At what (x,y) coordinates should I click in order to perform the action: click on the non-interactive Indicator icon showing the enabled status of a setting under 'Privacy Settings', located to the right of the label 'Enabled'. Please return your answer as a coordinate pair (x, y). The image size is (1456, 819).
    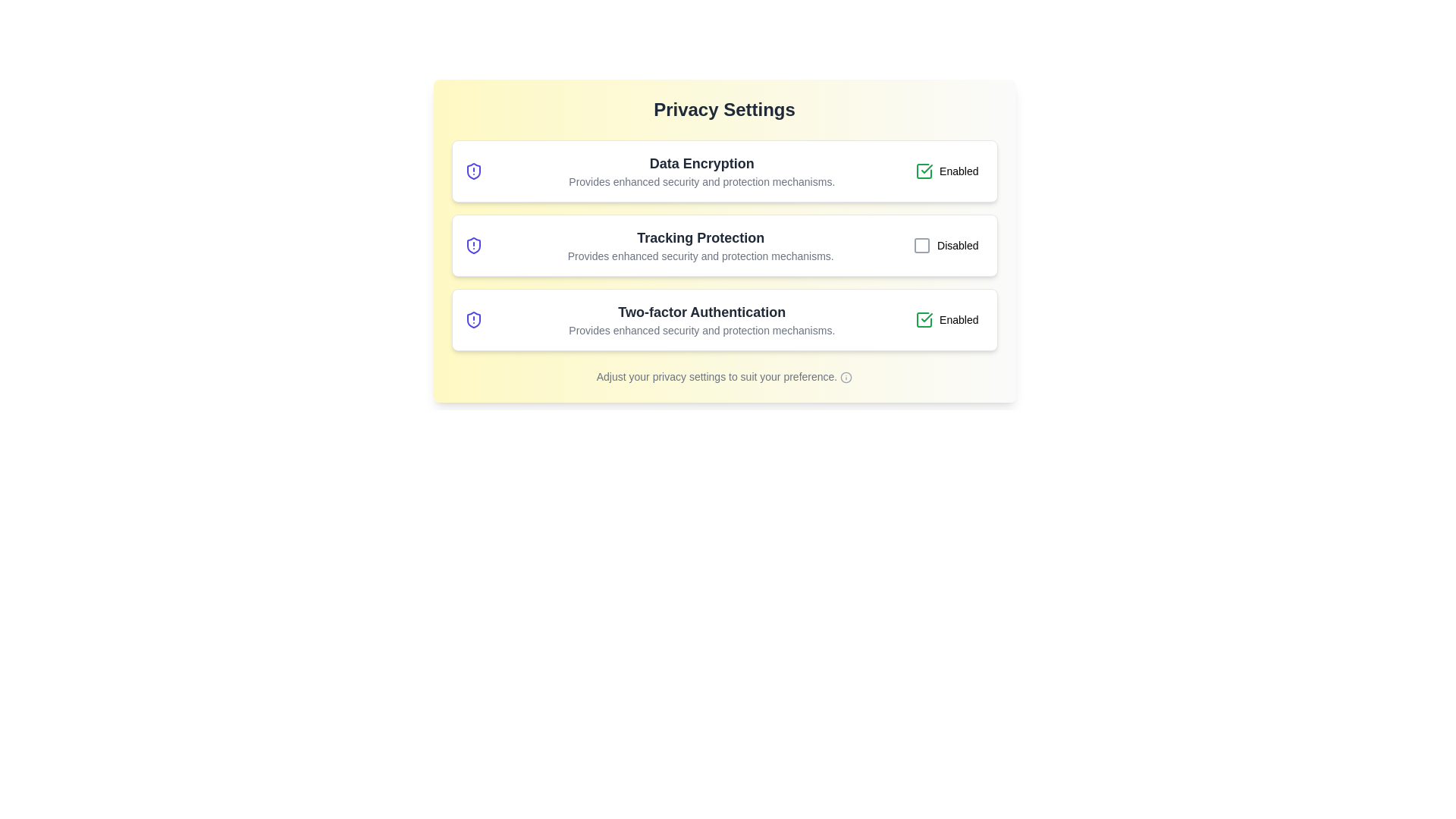
    Looking at the image, I should click on (924, 318).